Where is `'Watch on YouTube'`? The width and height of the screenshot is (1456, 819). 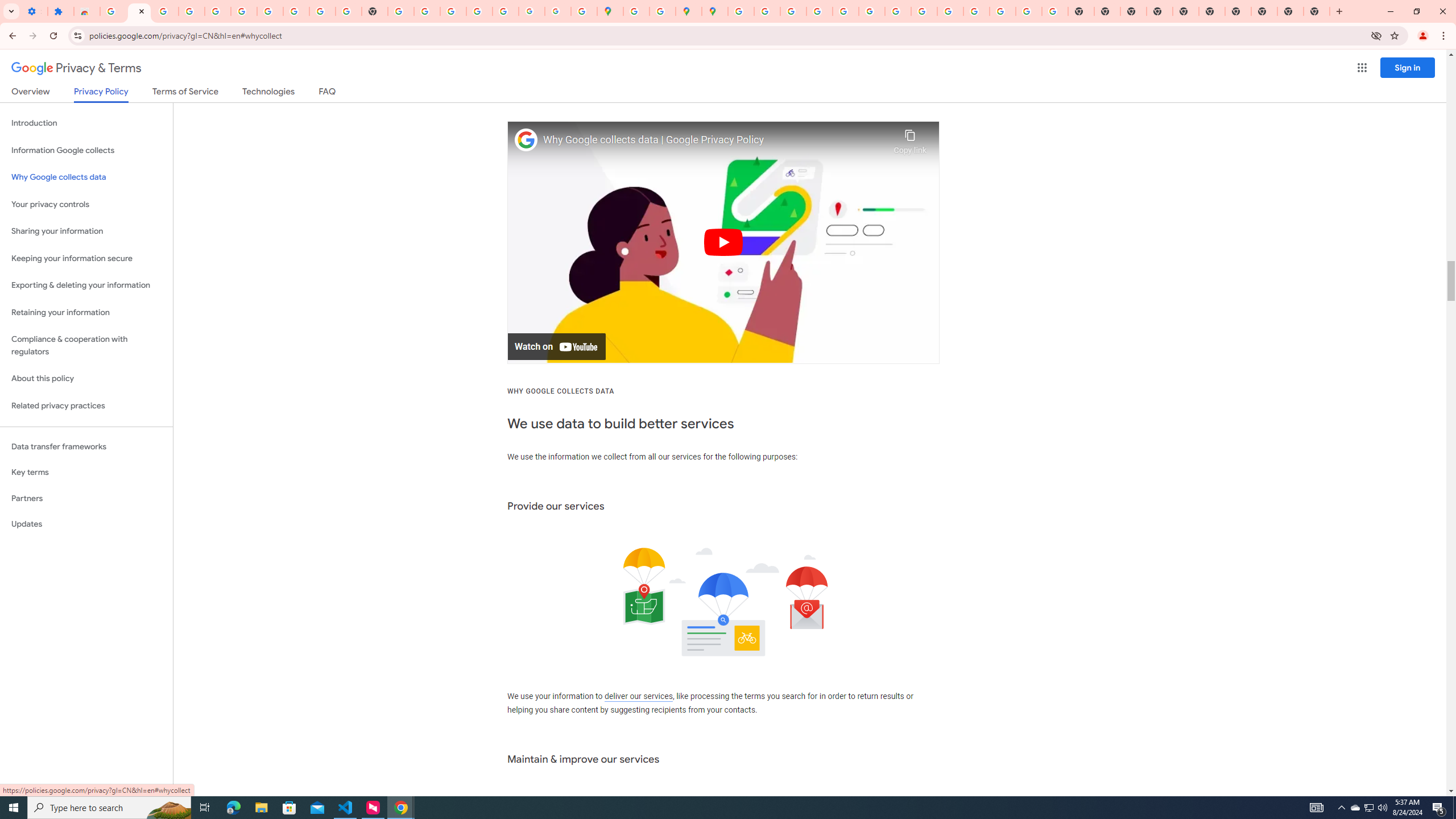
'Watch on YouTube' is located at coordinates (556, 346).